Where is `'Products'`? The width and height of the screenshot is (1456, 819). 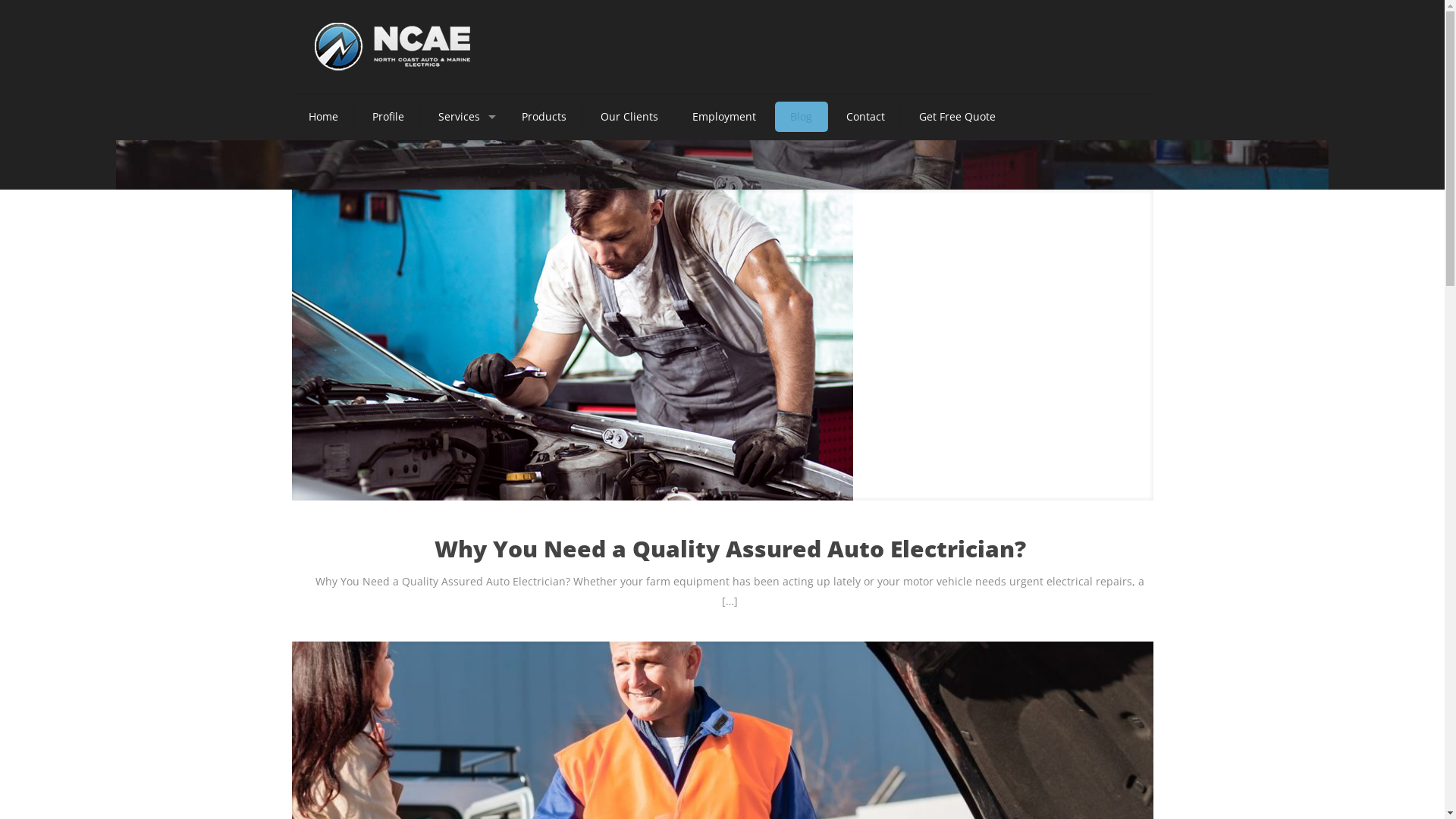
'Products' is located at coordinates (506, 116).